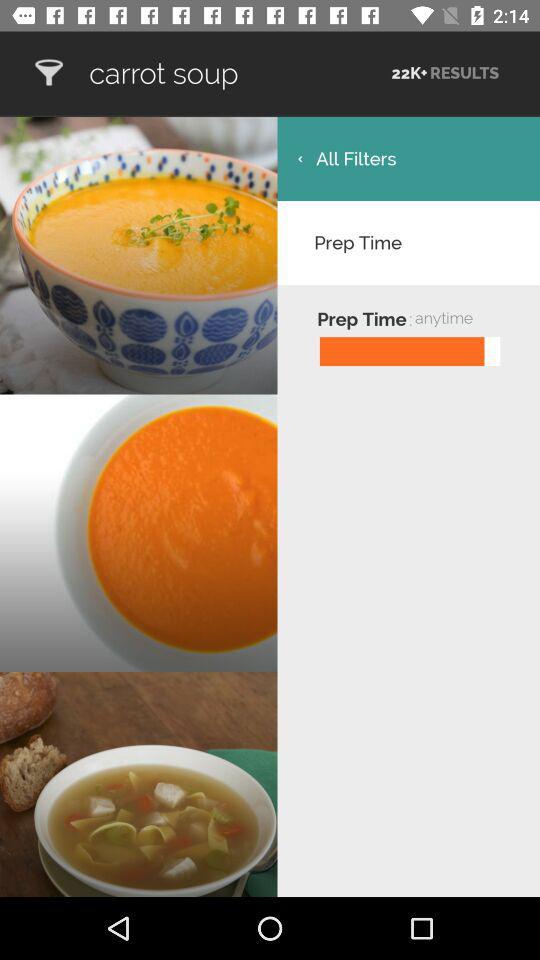 The height and width of the screenshot is (960, 540). What do you see at coordinates (238, 73) in the screenshot?
I see `carrot soup item` at bounding box center [238, 73].